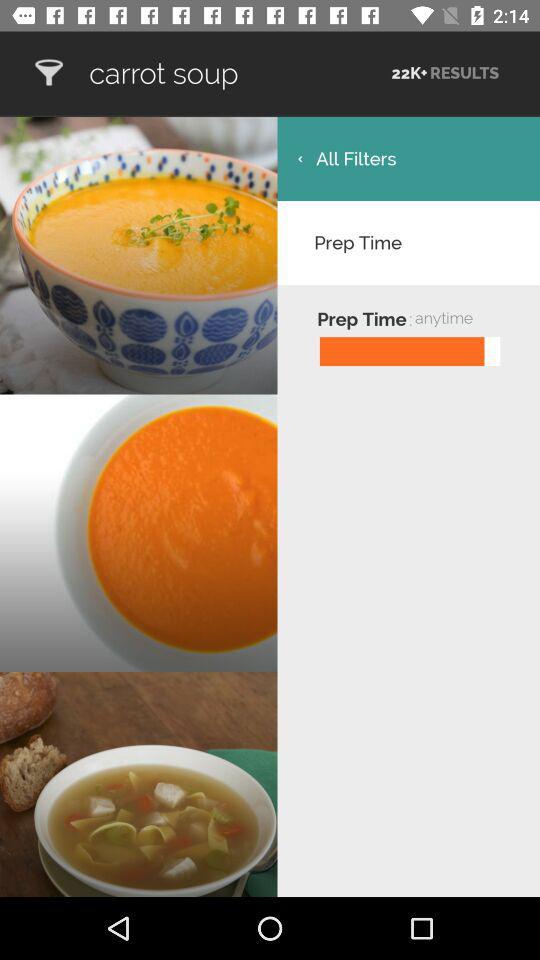 The height and width of the screenshot is (960, 540). What do you see at coordinates (238, 73) in the screenshot?
I see `carrot soup item` at bounding box center [238, 73].